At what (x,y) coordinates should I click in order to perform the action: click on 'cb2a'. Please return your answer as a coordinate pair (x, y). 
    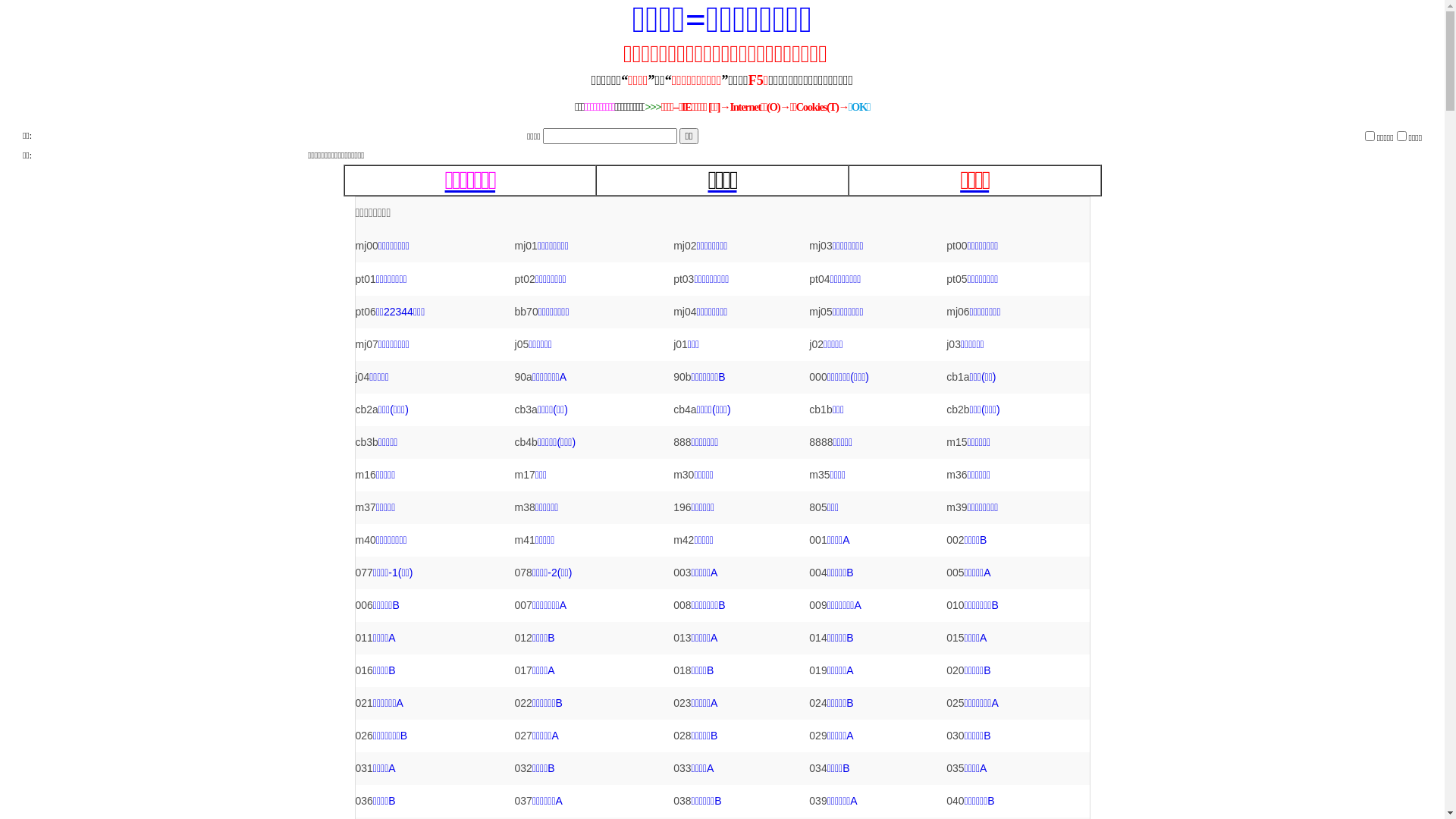
    Looking at the image, I should click on (366, 409).